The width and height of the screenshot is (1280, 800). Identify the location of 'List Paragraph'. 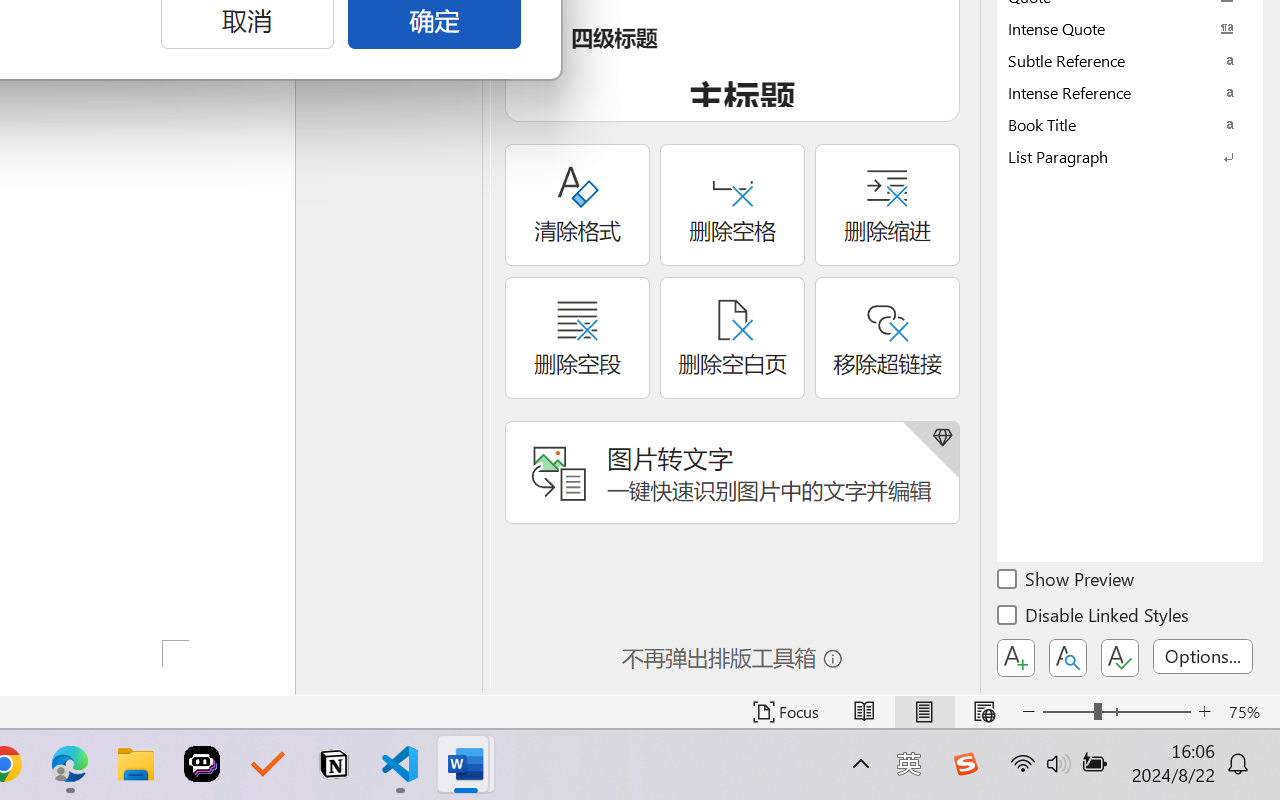
(1130, 156).